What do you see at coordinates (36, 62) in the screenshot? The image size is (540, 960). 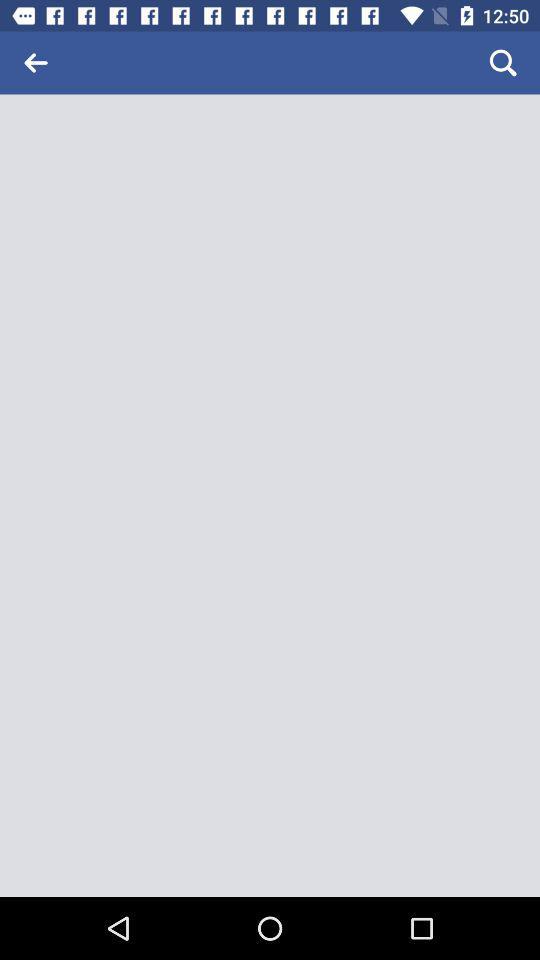 I see `item at the top left corner` at bounding box center [36, 62].